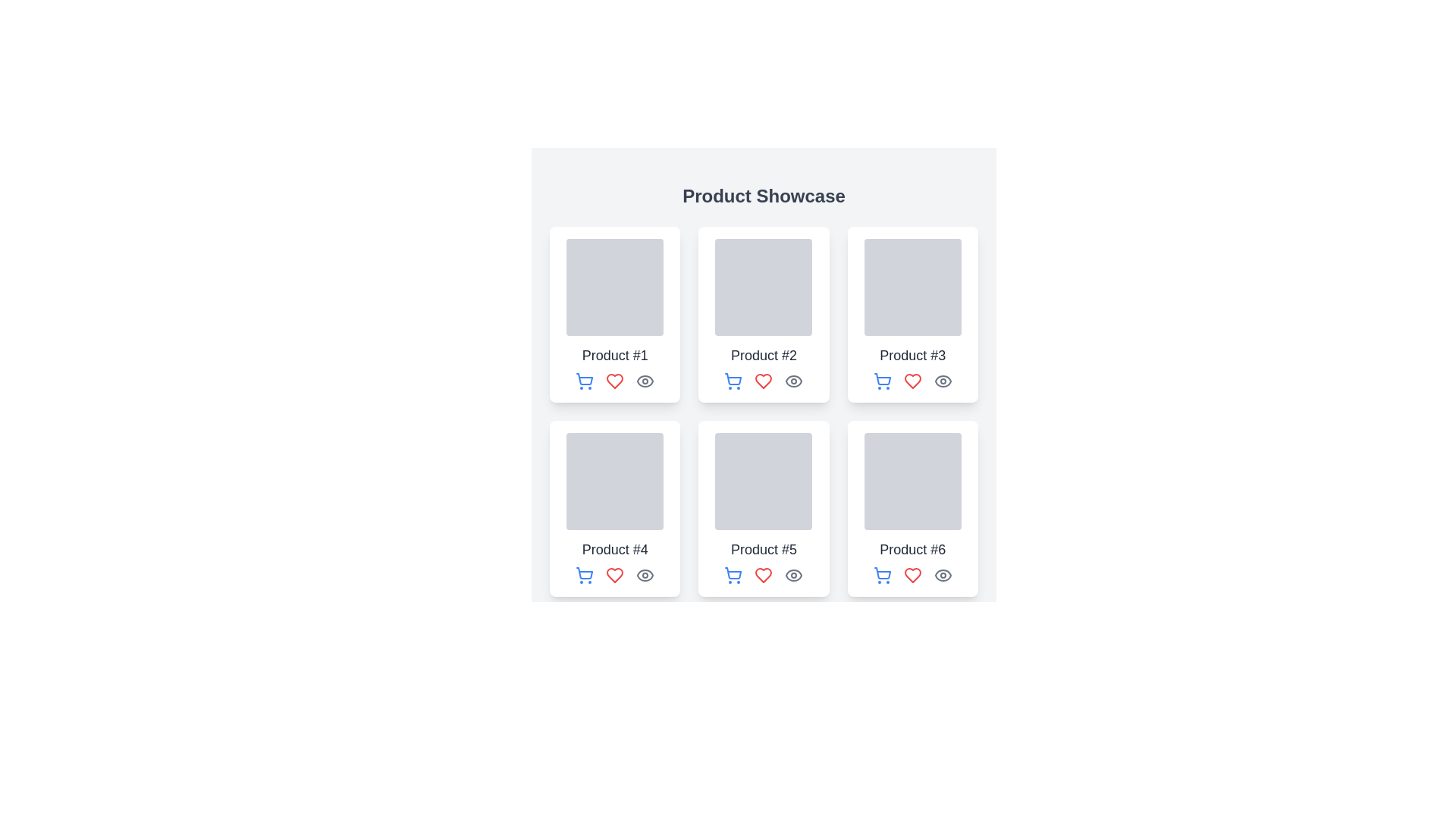 This screenshot has width=1456, height=819. I want to click on the 'Add to Cart' icon located under 'Product #1', so click(584, 378).